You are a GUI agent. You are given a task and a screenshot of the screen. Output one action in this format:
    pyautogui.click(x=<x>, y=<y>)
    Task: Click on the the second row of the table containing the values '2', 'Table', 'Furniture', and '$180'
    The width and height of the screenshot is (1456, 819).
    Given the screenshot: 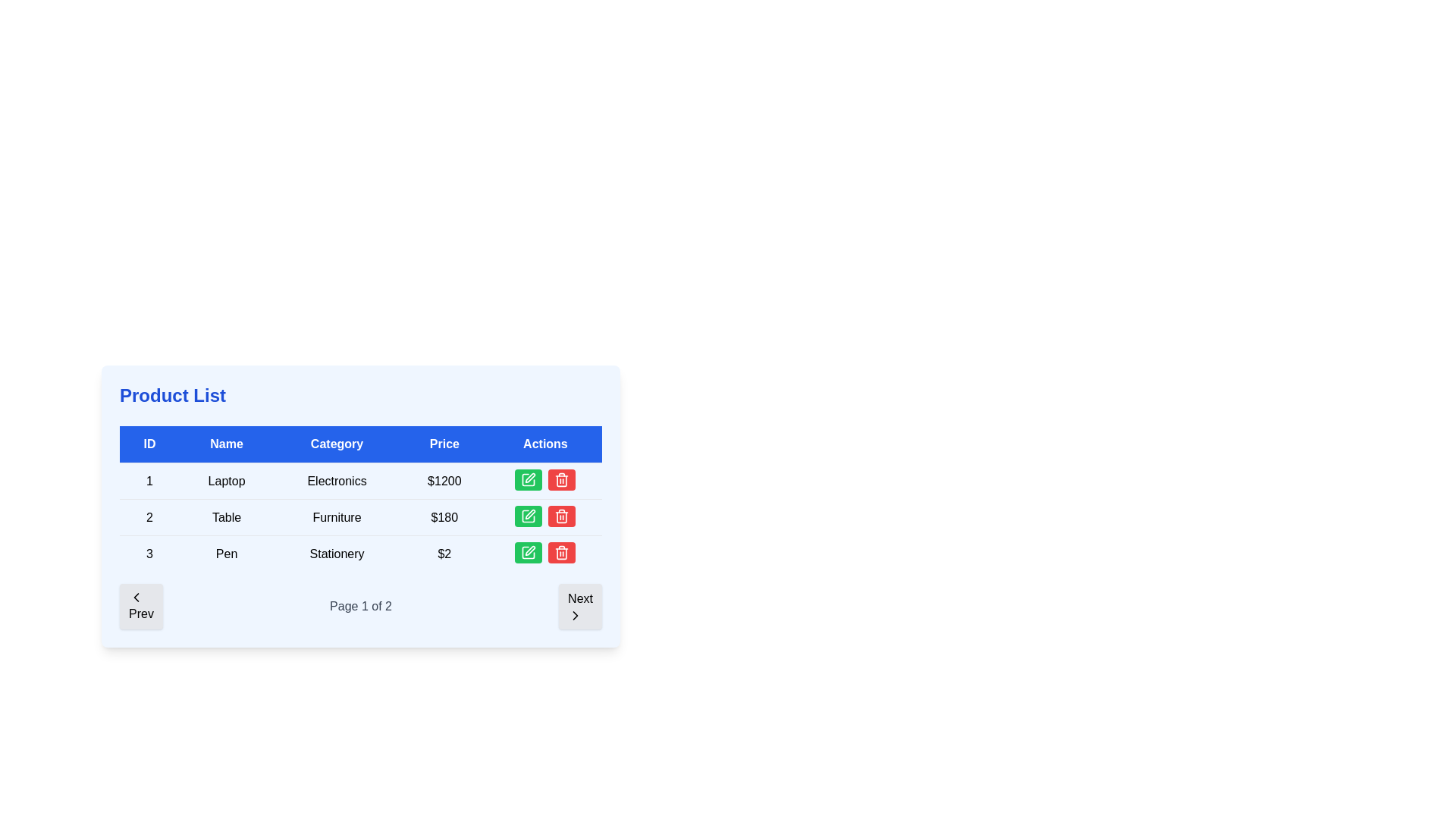 What is the action you would take?
    pyautogui.click(x=359, y=516)
    